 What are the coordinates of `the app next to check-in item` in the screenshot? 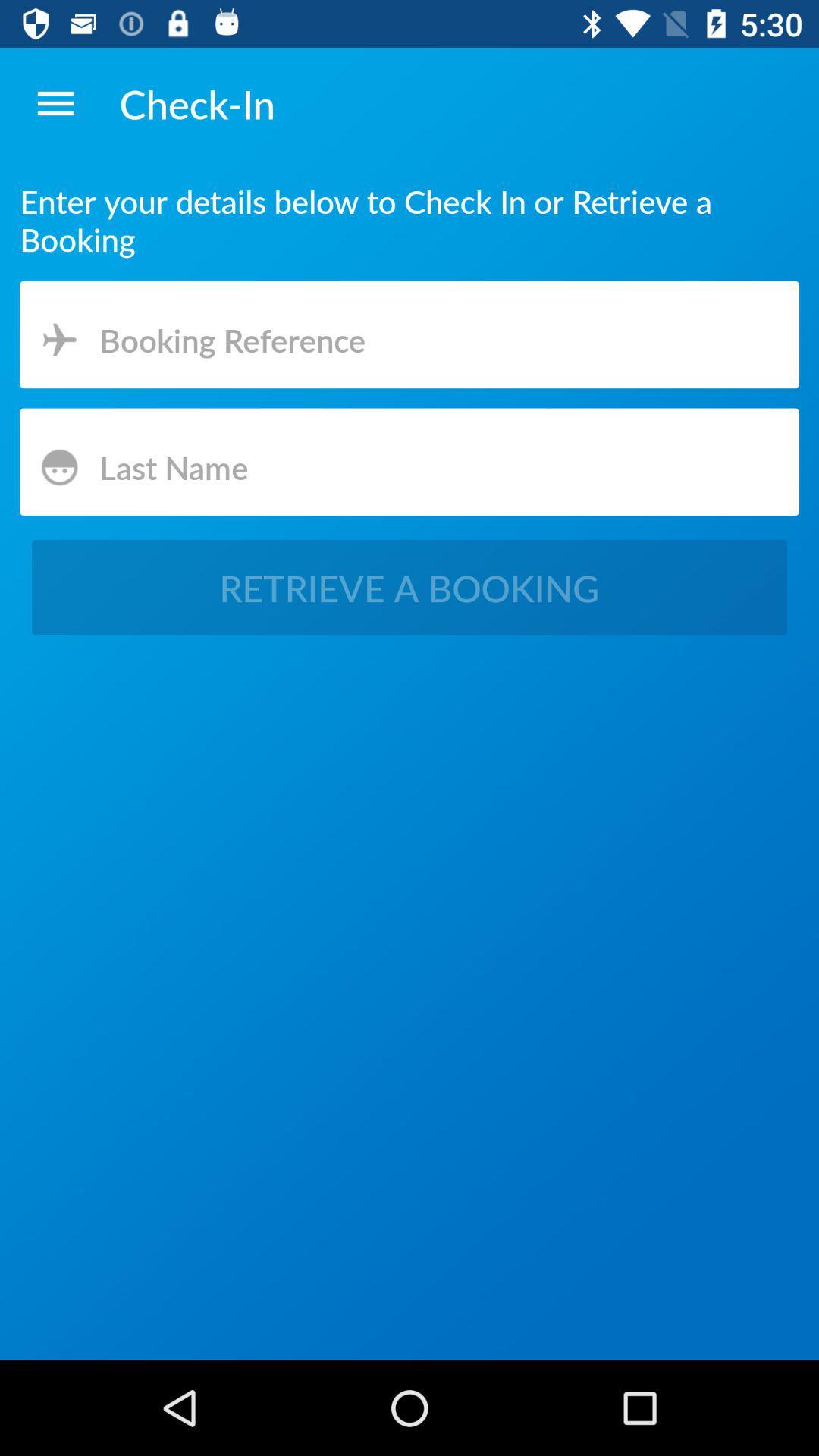 It's located at (55, 102).